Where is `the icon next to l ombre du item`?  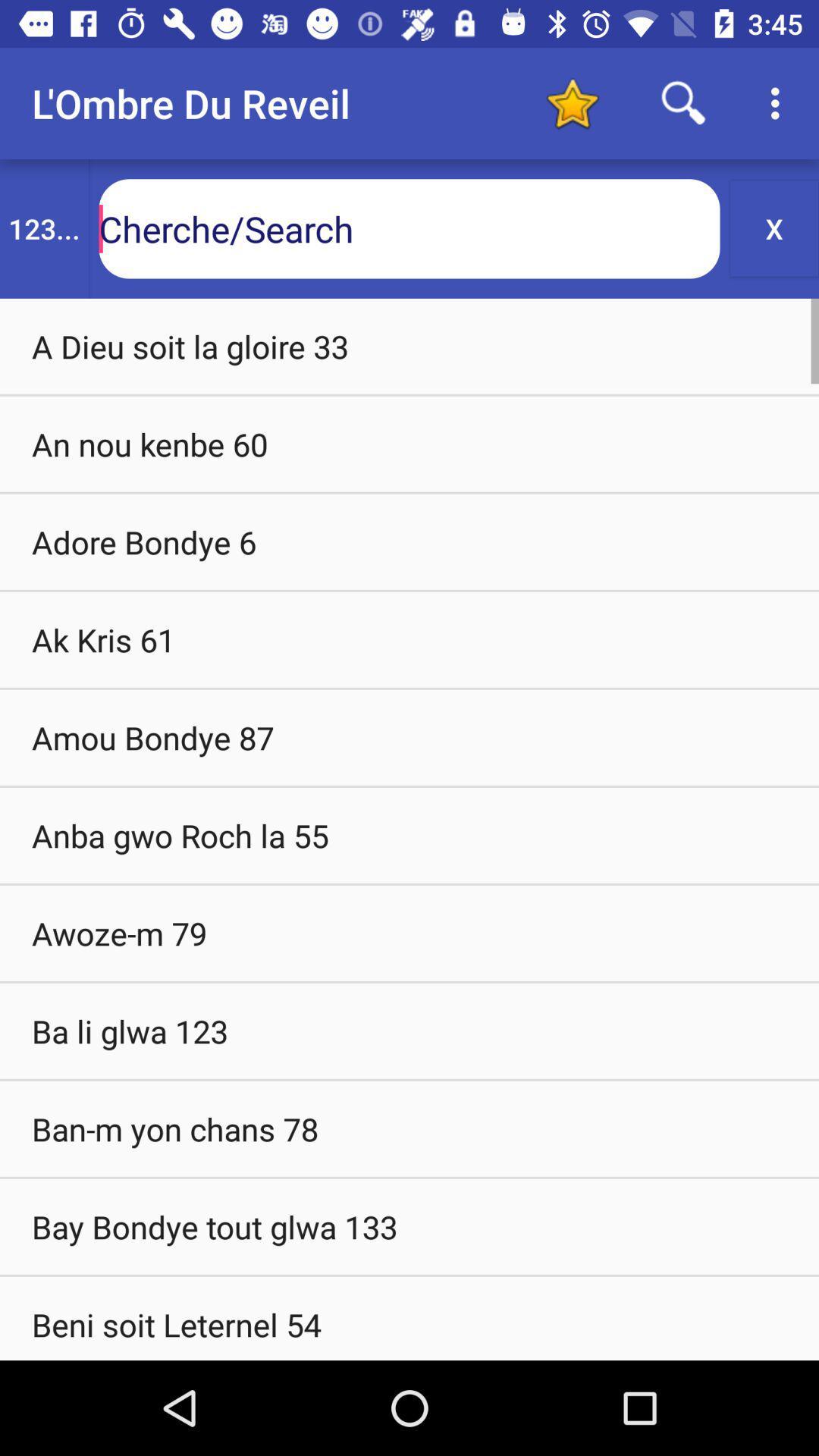 the icon next to l ombre du item is located at coordinates (572, 102).